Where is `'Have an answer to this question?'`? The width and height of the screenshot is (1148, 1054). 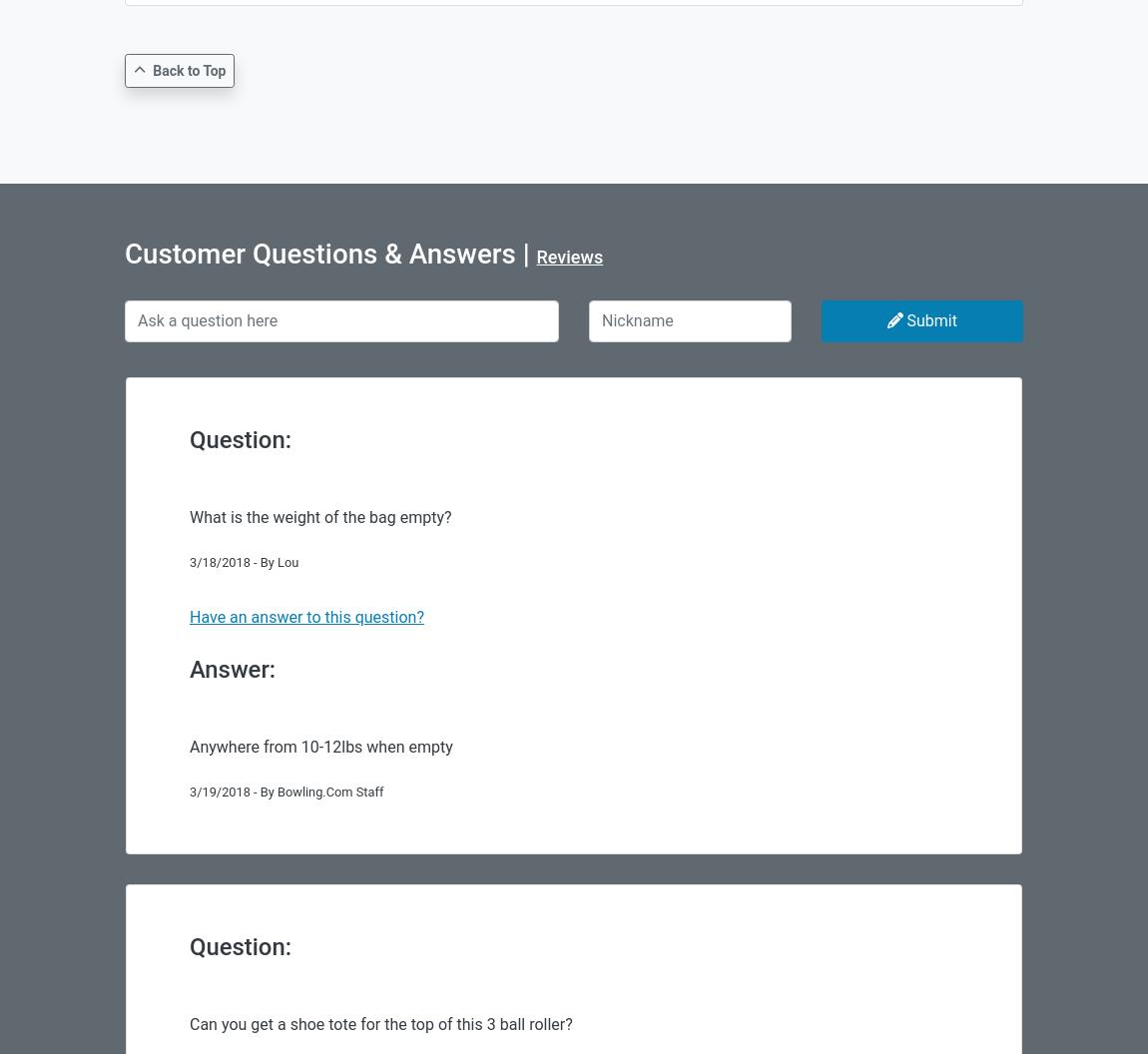
'Have an answer to this question?' is located at coordinates (306, 615).